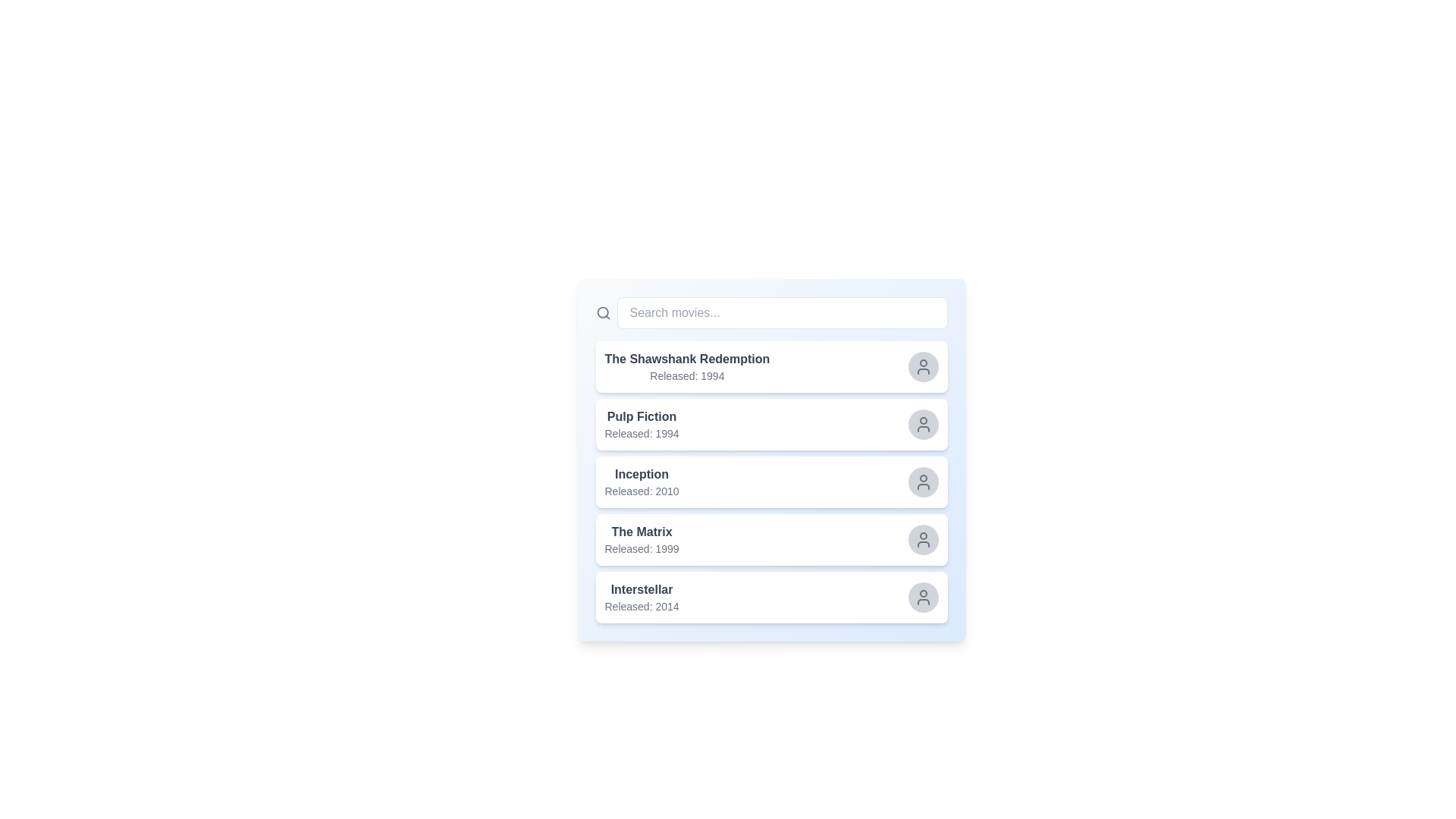 Image resolution: width=1456 pixels, height=819 pixels. I want to click on text label 'Interstellar' which is styled in bold dark gray against a white background, located in the fifth entry of a vertical list above the release year 'Released: 2014', so click(642, 589).